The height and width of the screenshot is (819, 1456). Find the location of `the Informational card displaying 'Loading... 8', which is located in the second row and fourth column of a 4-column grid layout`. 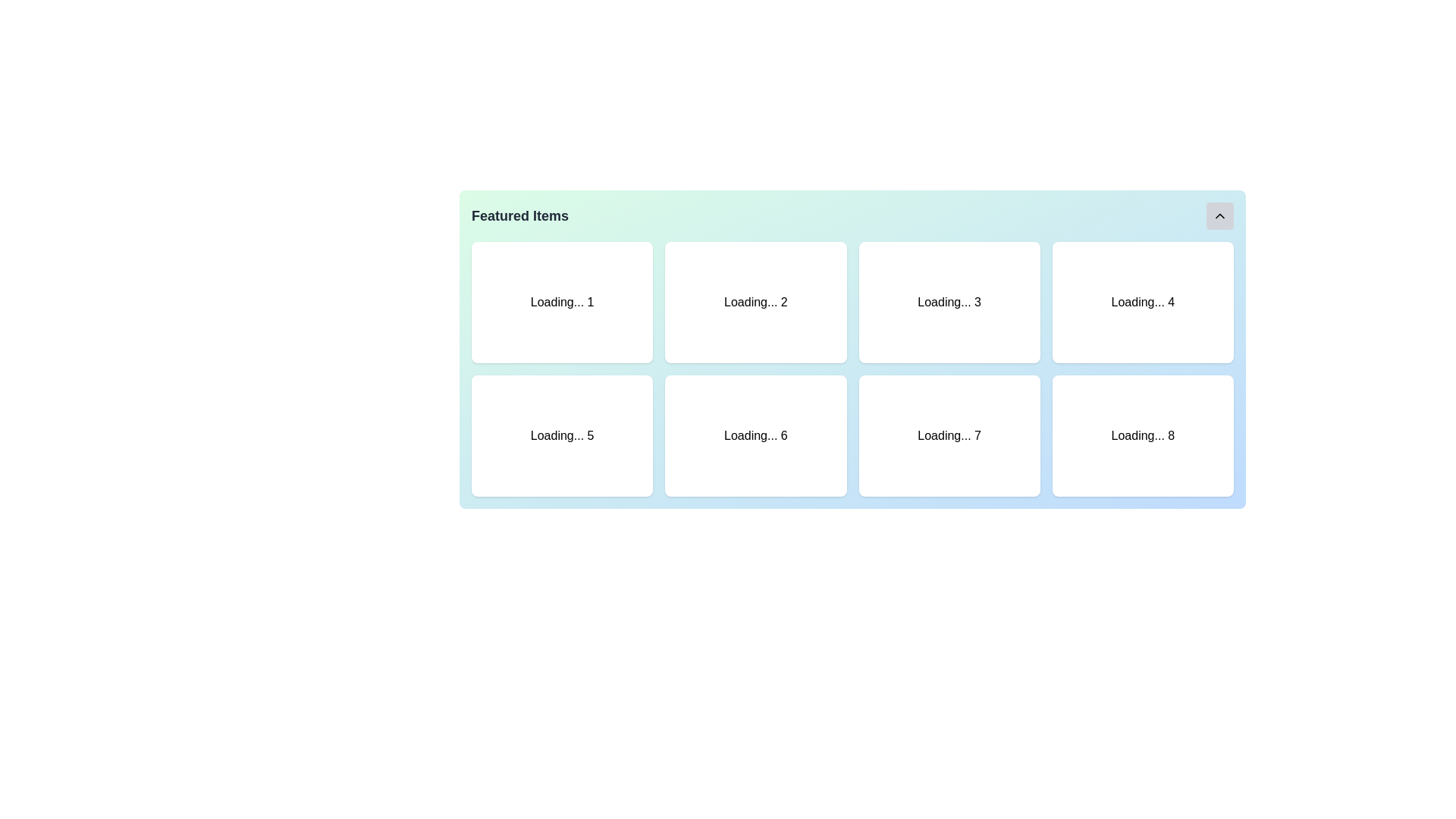

the Informational card displaying 'Loading... 8', which is located in the second row and fourth column of a 4-column grid layout is located at coordinates (1143, 435).